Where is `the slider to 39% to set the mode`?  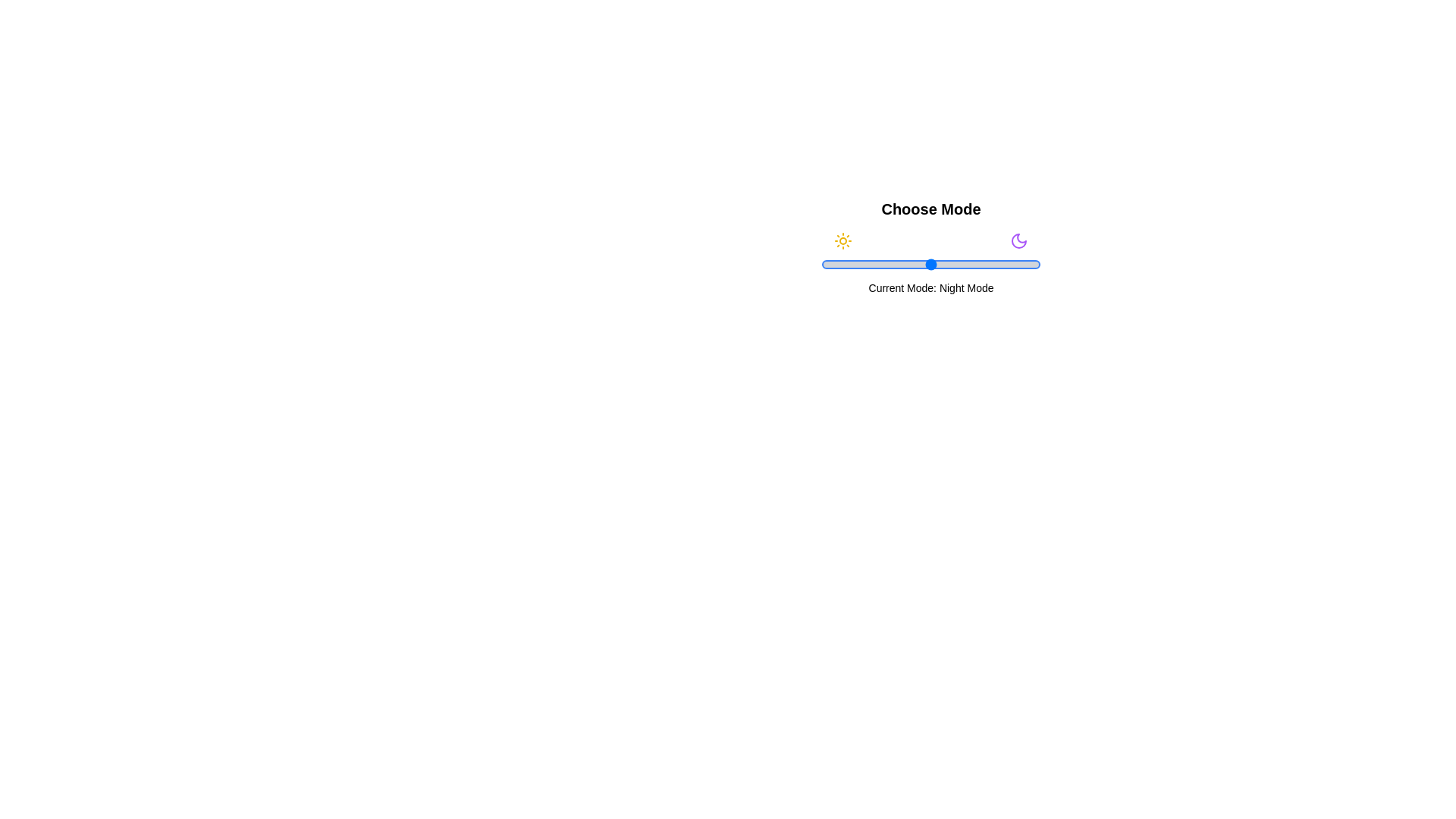
the slider to 39% to set the mode is located at coordinates (907, 263).